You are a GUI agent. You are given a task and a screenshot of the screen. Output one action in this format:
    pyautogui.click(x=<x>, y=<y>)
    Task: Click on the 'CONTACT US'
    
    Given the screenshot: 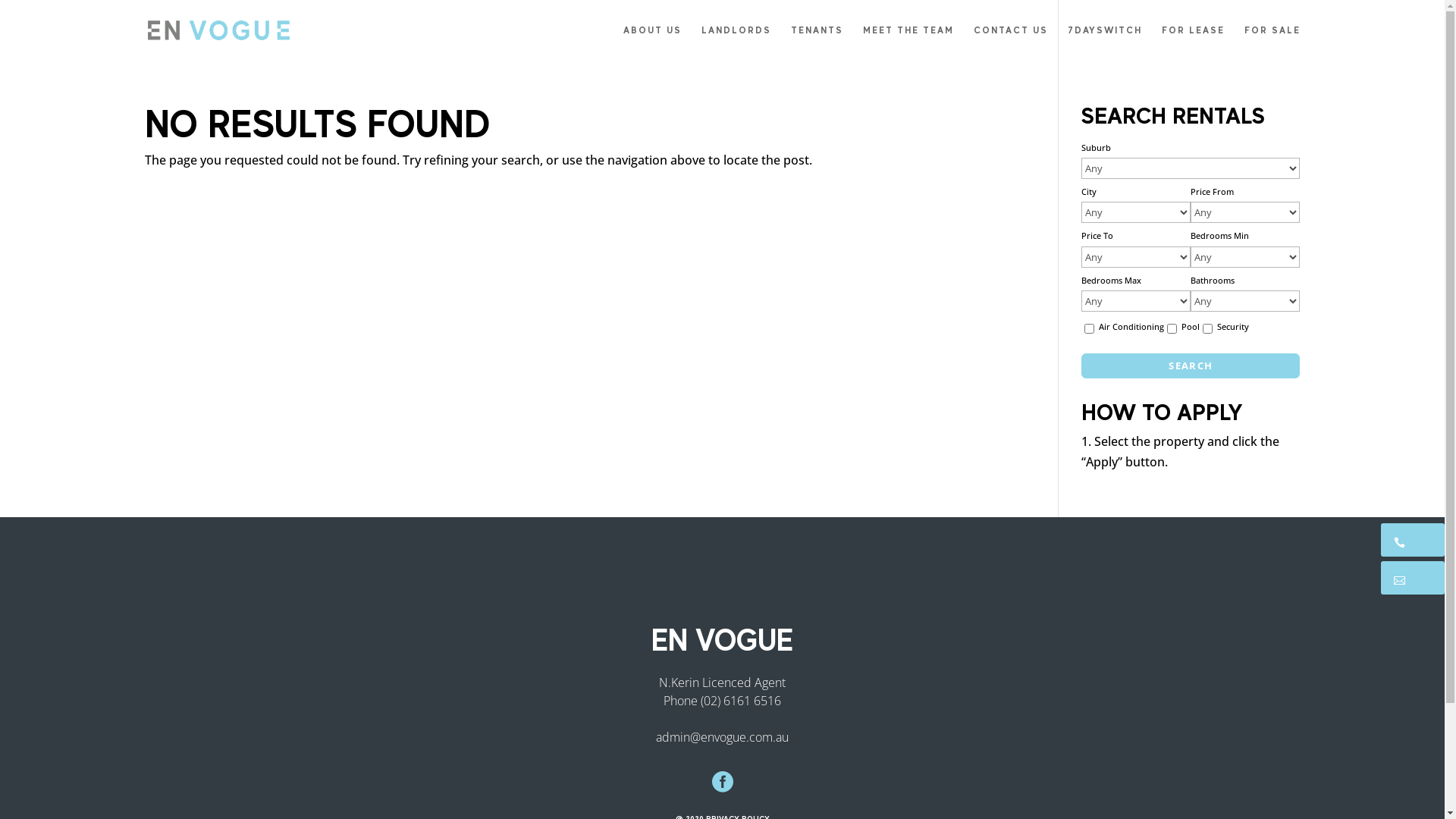 What is the action you would take?
    pyautogui.click(x=973, y=42)
    